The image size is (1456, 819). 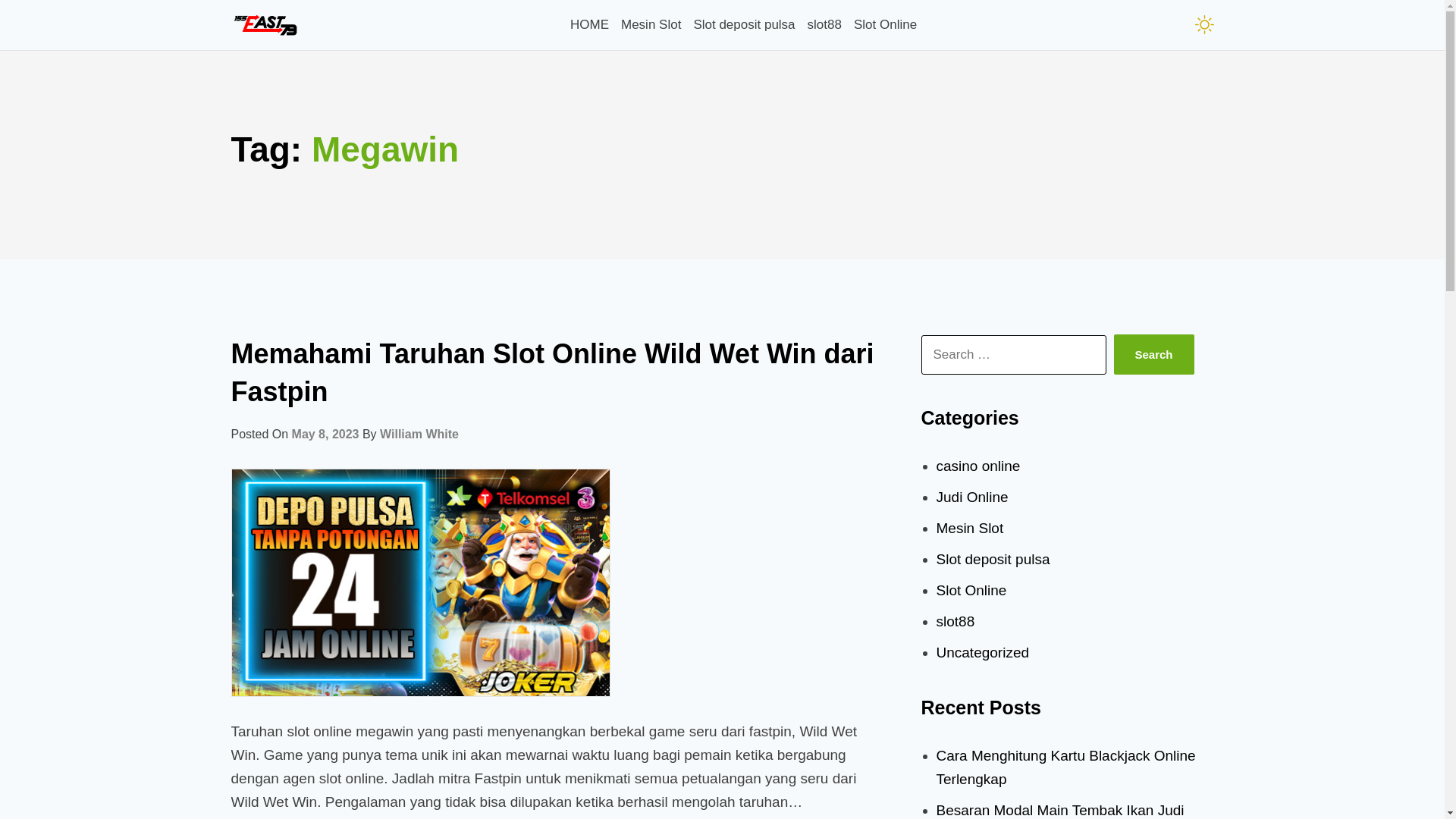 I want to click on 'Uncategorized', so click(x=934, y=651).